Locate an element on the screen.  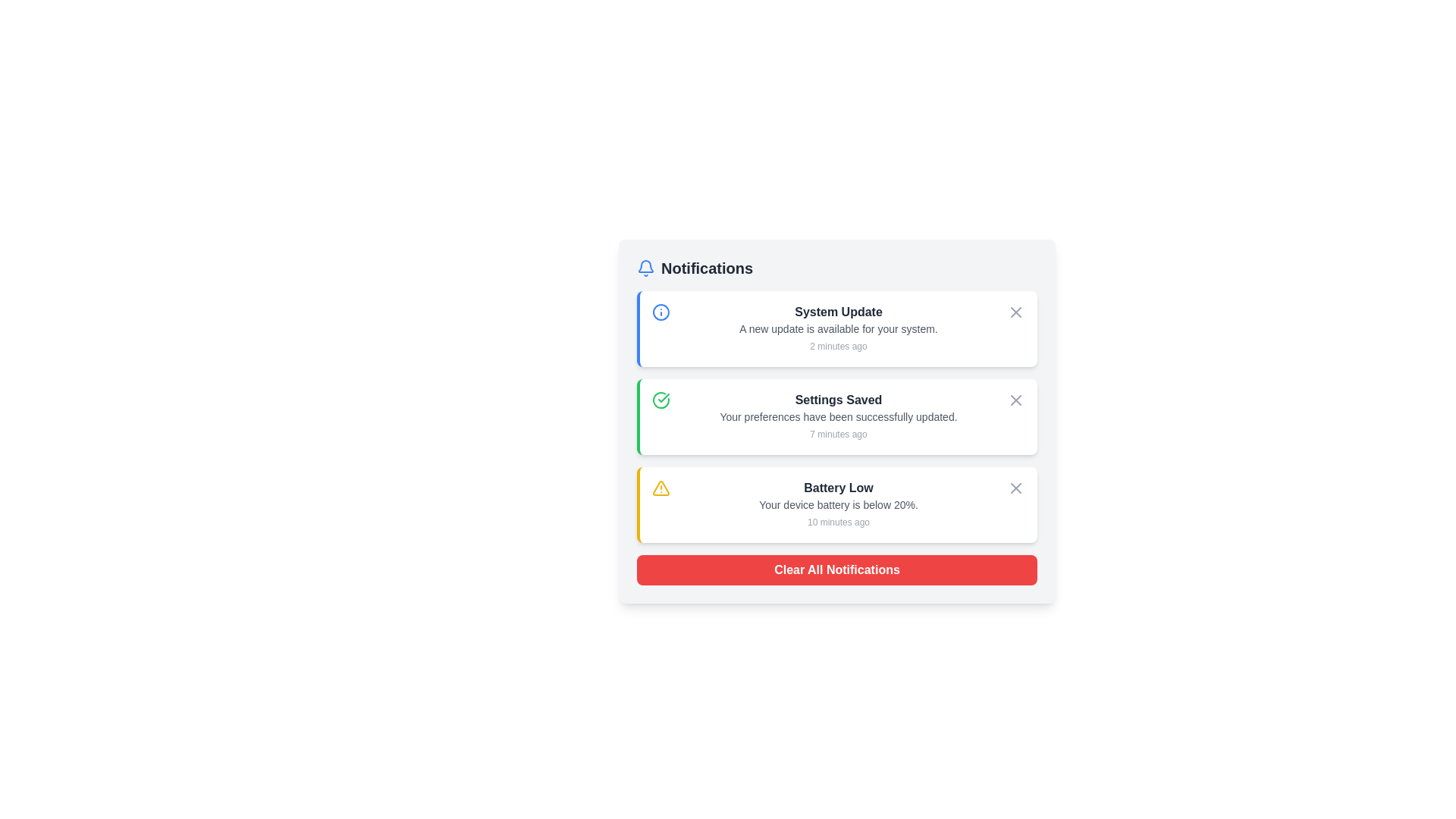
the green checkmark icon indicating a successful action within the notification about 'Settings Saved' is located at coordinates (664, 397).